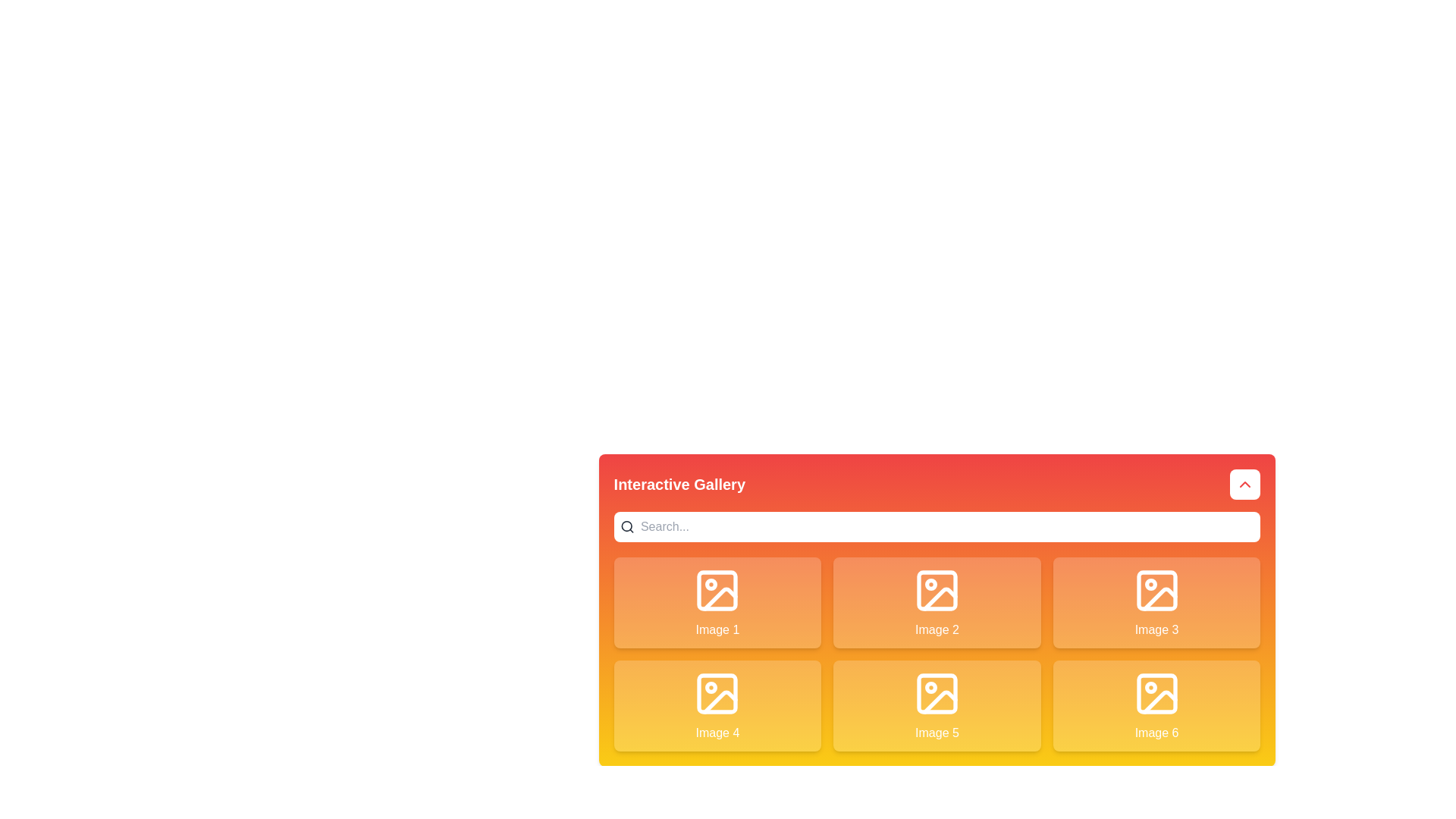 Image resolution: width=1456 pixels, height=819 pixels. Describe the element at coordinates (1156, 705) in the screenshot. I see `the sixth card in the 3x2 grid layout` at that location.